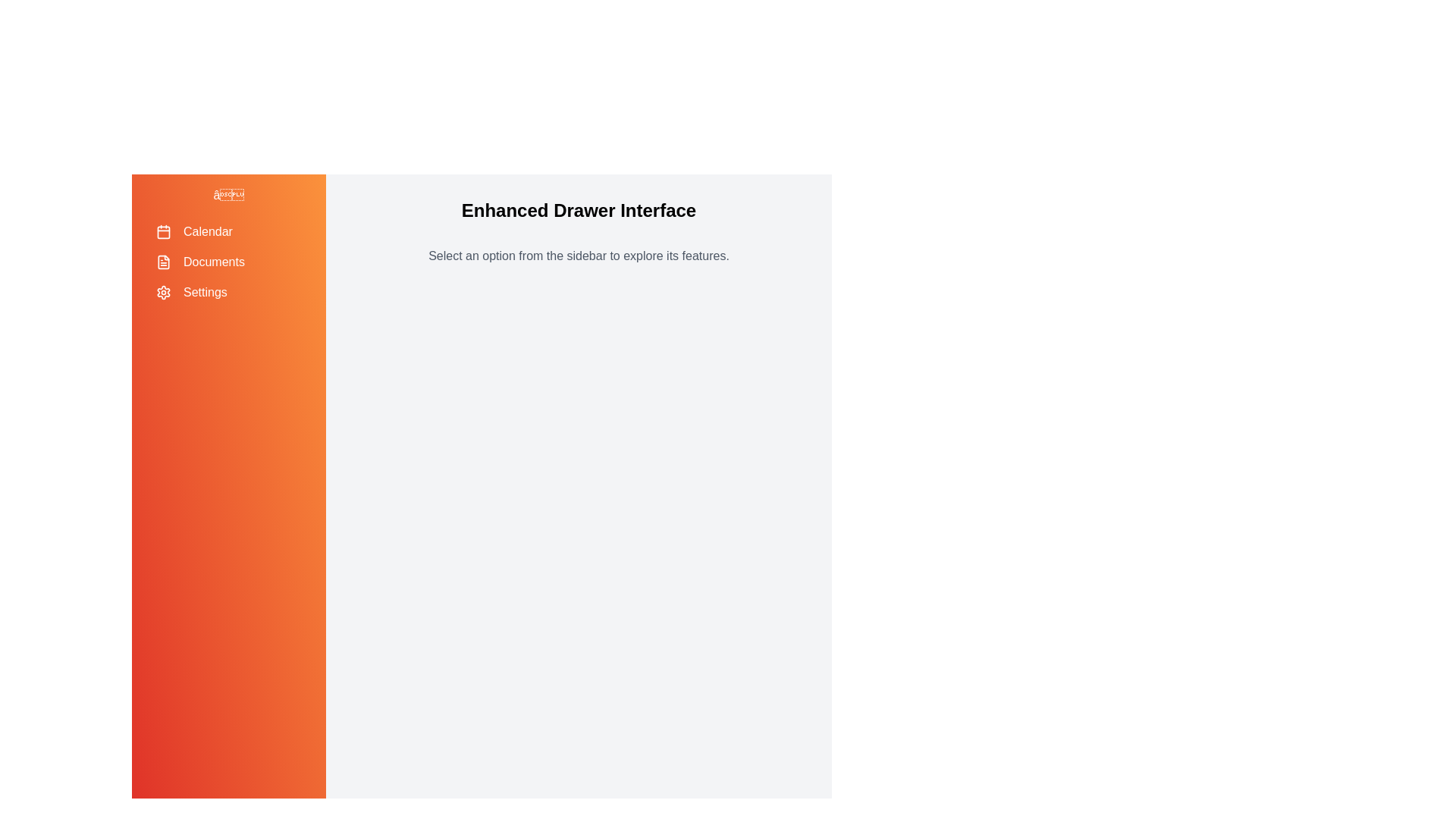 The width and height of the screenshot is (1456, 819). I want to click on the icon for Documents in the sidebar, so click(164, 262).